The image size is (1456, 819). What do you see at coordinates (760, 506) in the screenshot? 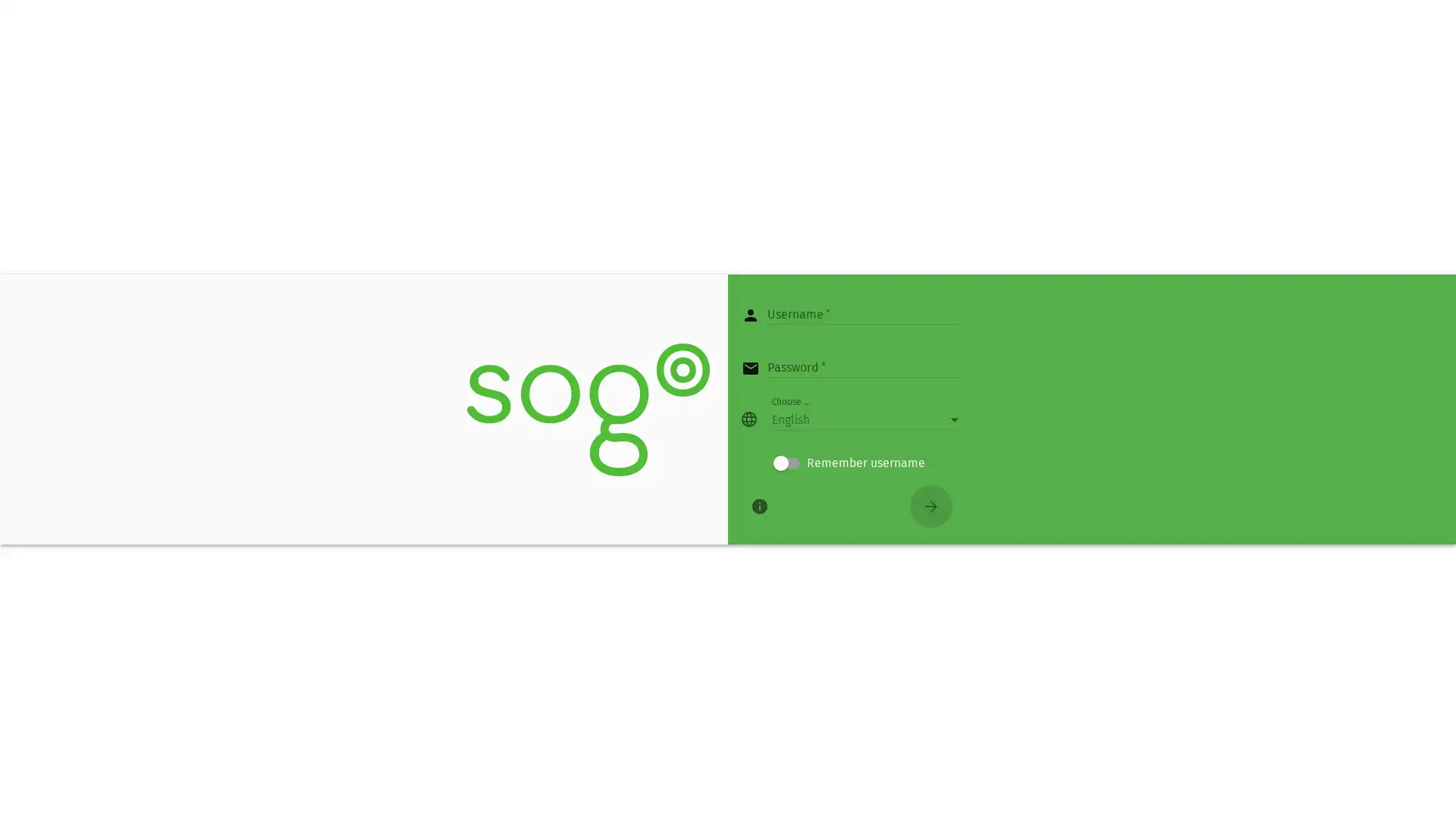
I see `About` at bounding box center [760, 506].